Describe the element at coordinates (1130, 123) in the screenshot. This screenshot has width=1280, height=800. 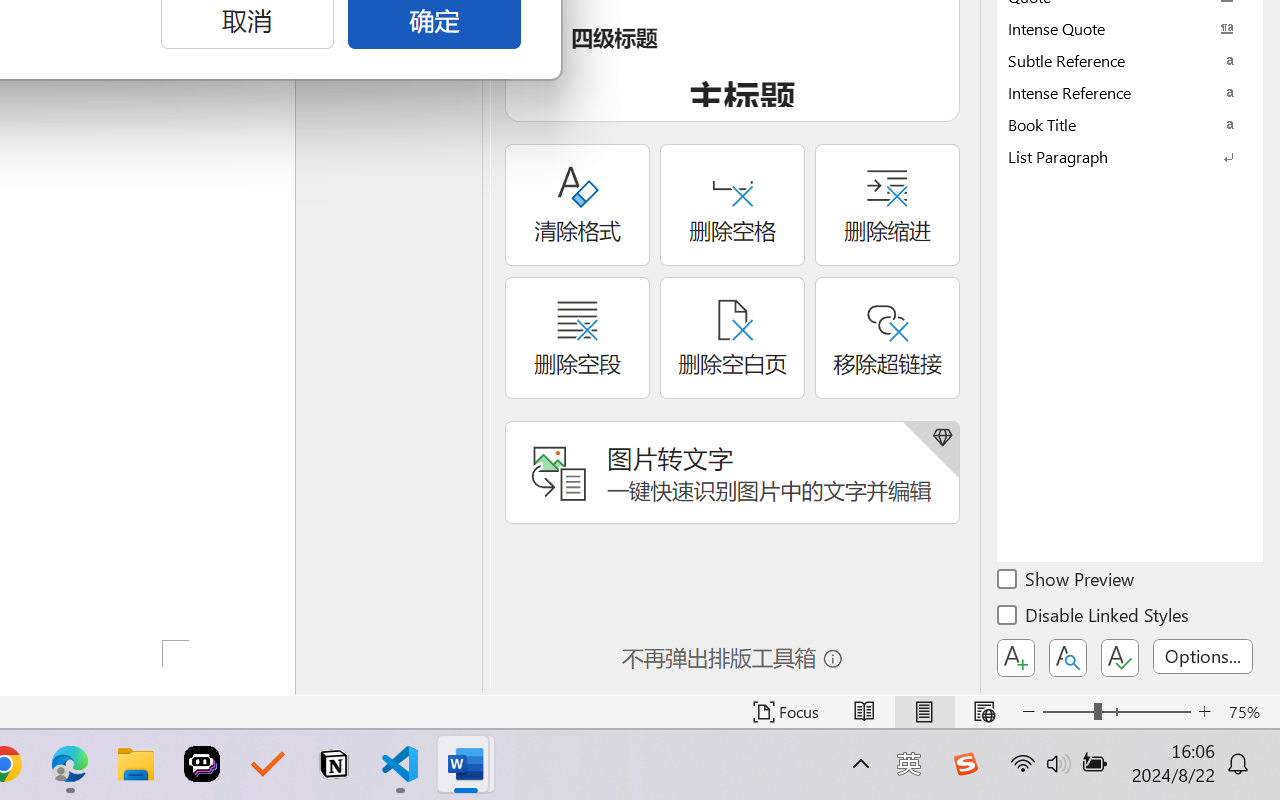
I see `'Book Title'` at that location.